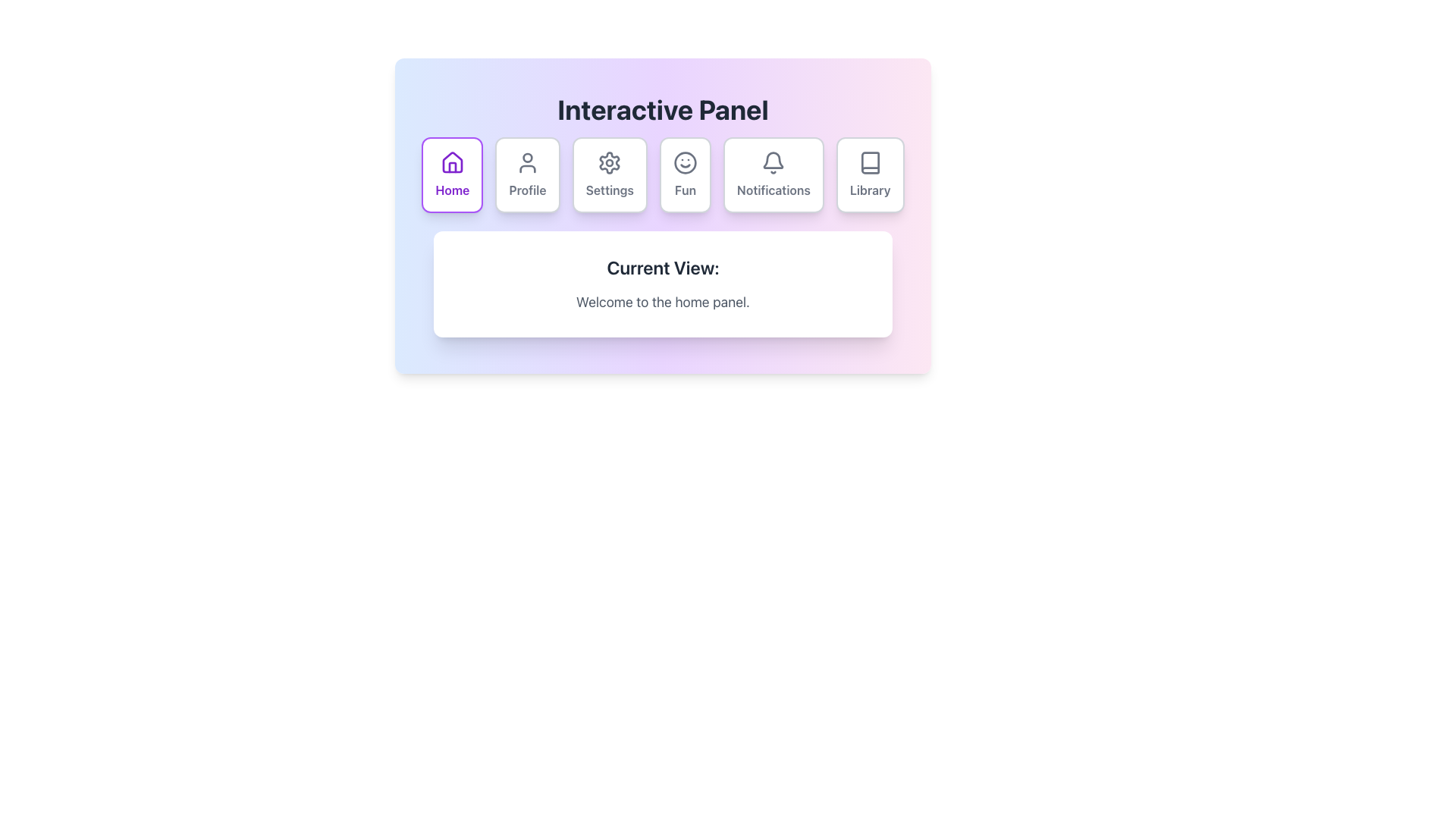 The width and height of the screenshot is (1456, 819). Describe the element at coordinates (528, 163) in the screenshot. I see `the simplistic user figure icon within the 'Profile' button, which is the second button from the left in the row of interactive buttons at the top of the interface` at that location.